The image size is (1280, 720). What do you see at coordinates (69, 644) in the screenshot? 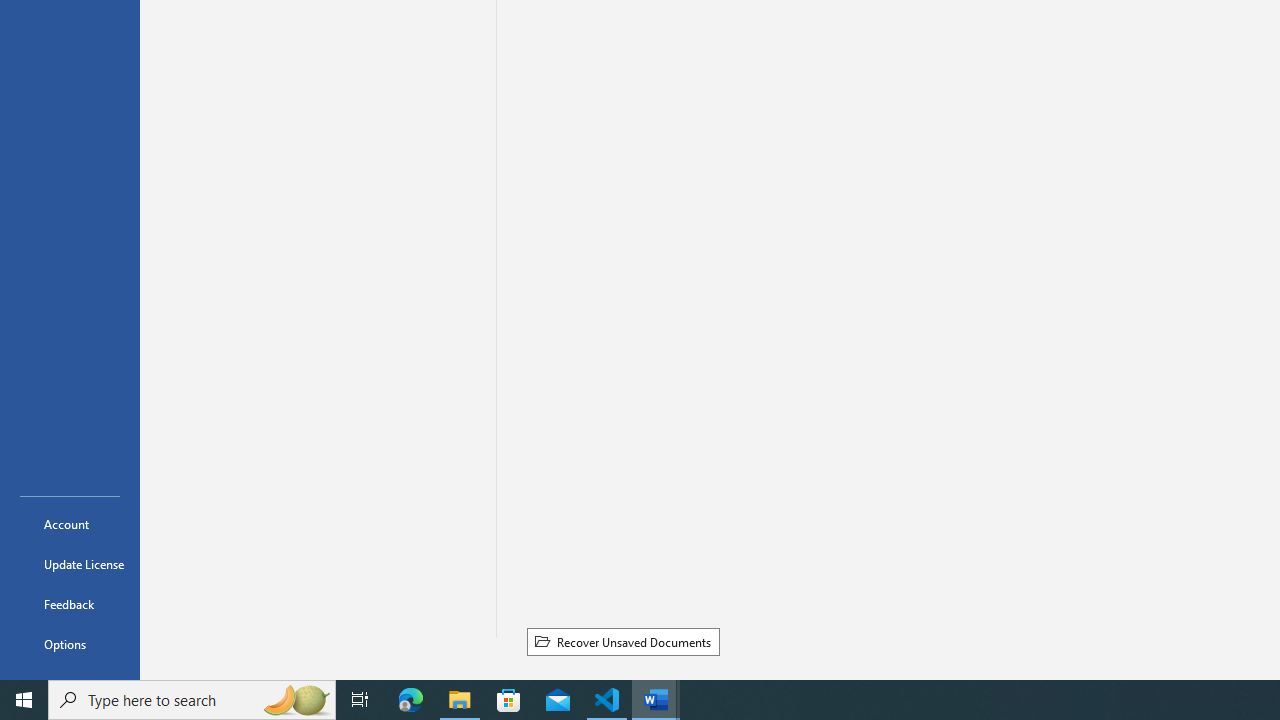
I see `'Options'` at bounding box center [69, 644].